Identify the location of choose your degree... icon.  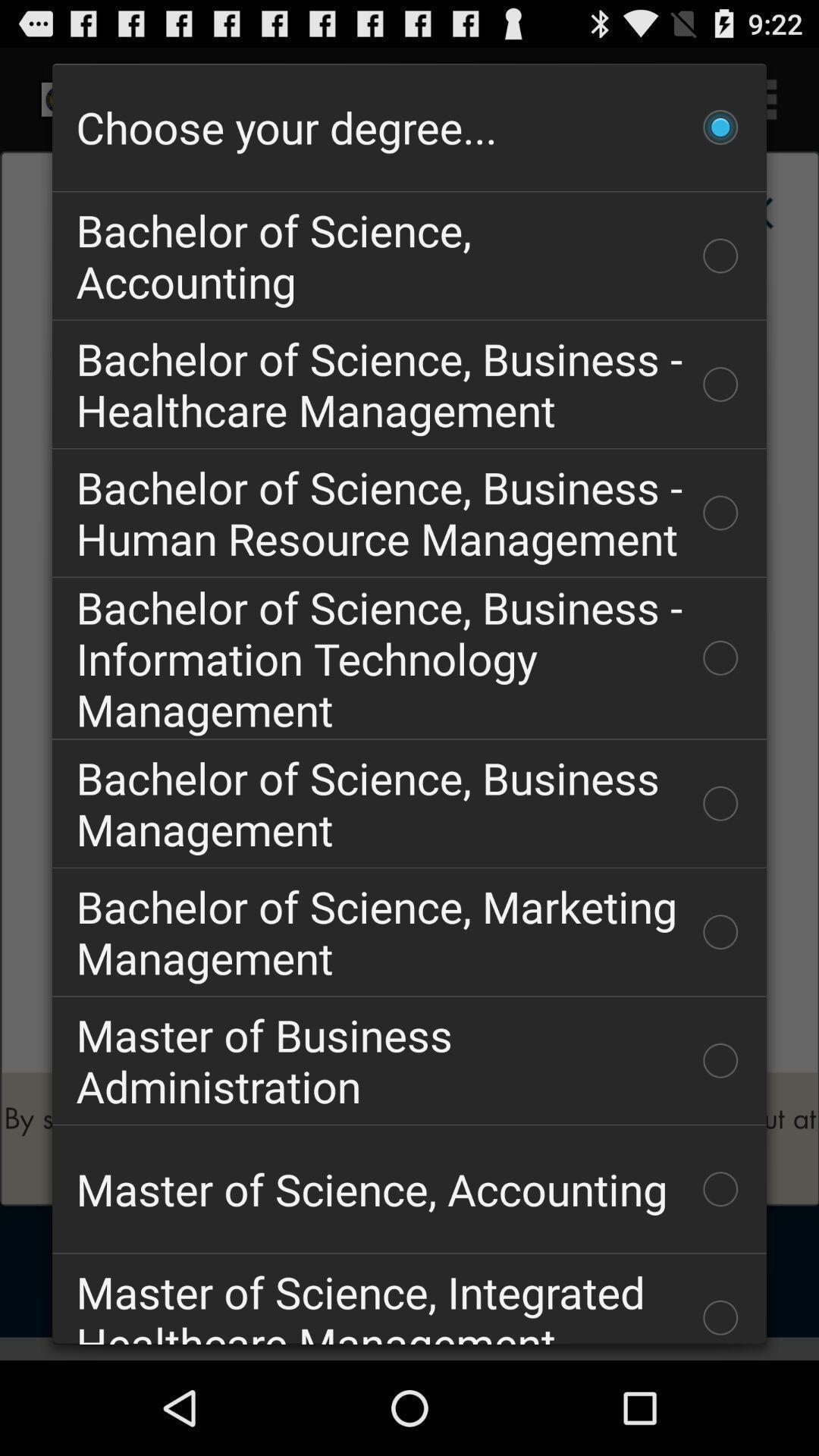
(409, 127).